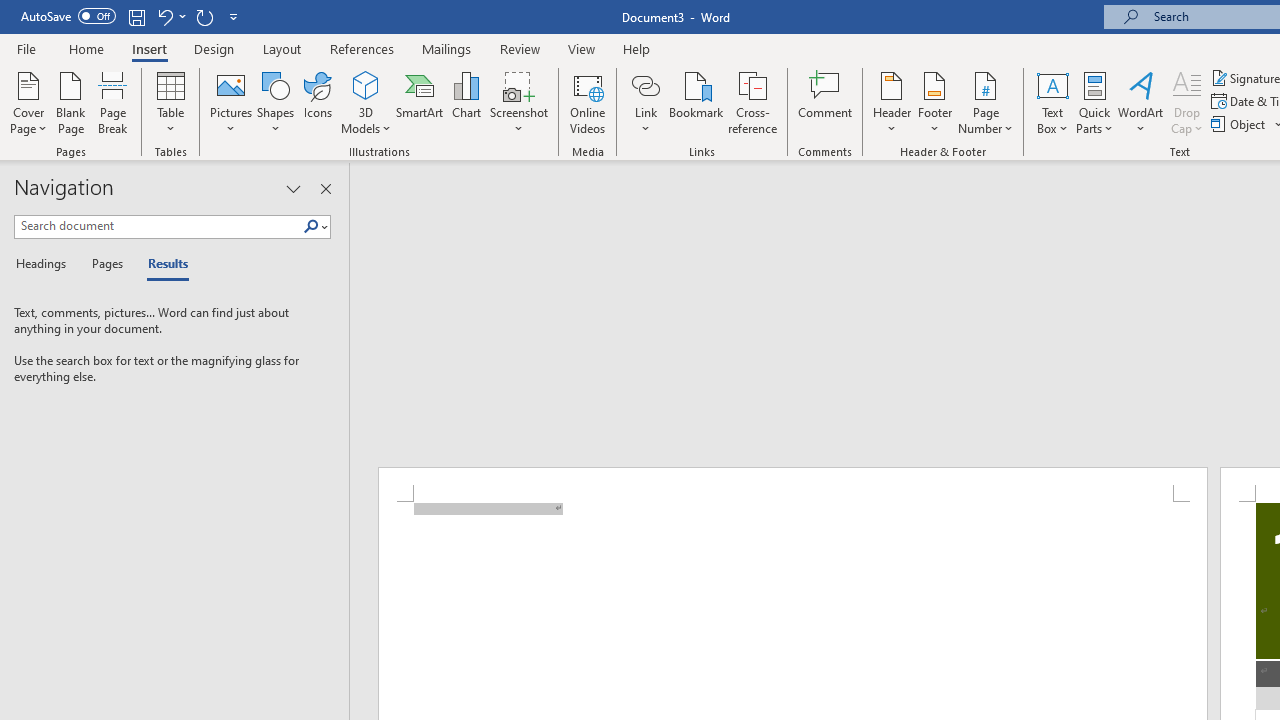  What do you see at coordinates (1094, 103) in the screenshot?
I see `'Quick Parts'` at bounding box center [1094, 103].